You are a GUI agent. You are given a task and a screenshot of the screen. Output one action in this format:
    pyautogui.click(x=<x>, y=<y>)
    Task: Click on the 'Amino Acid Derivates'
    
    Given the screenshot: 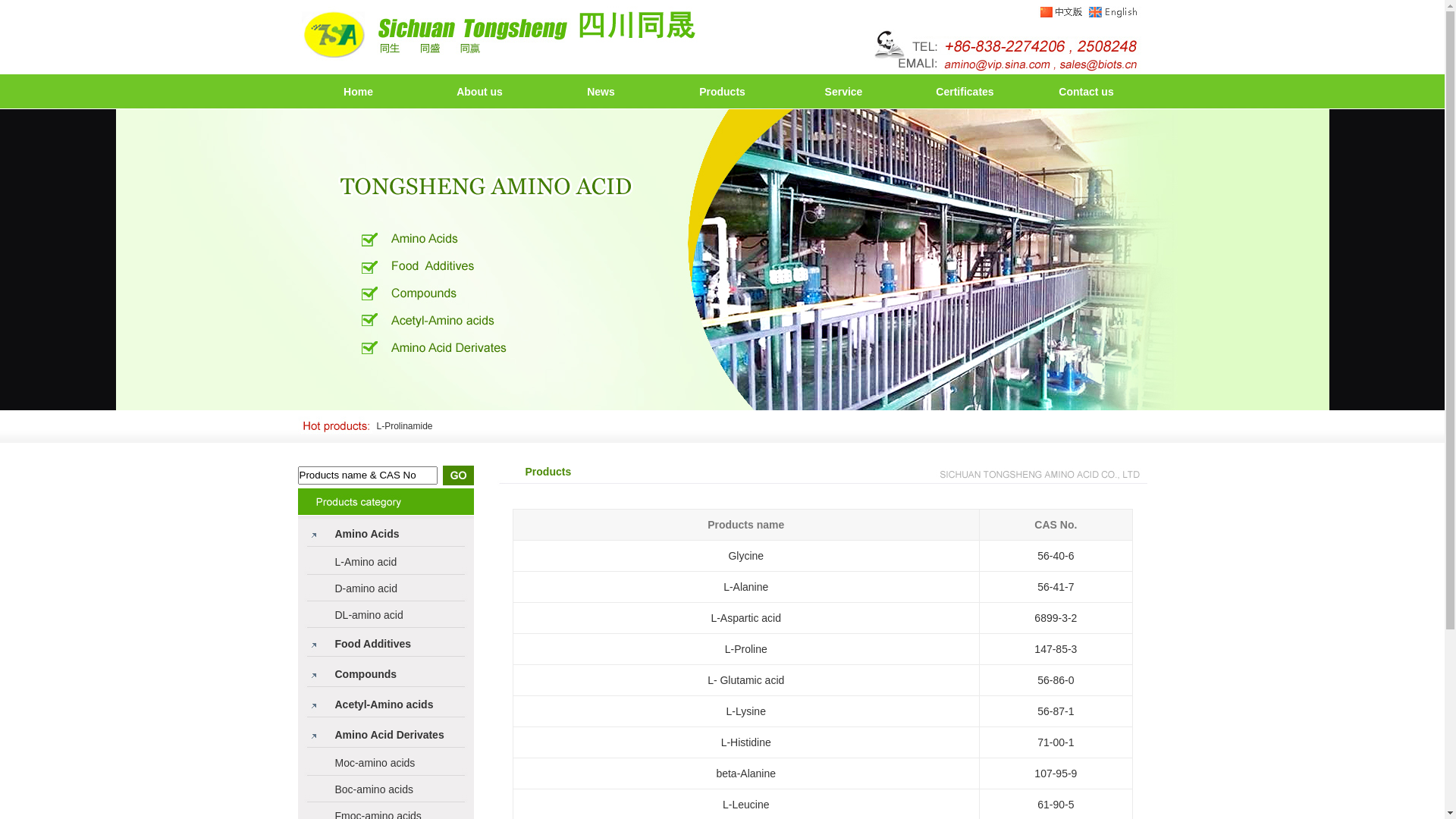 What is the action you would take?
    pyautogui.click(x=334, y=733)
    